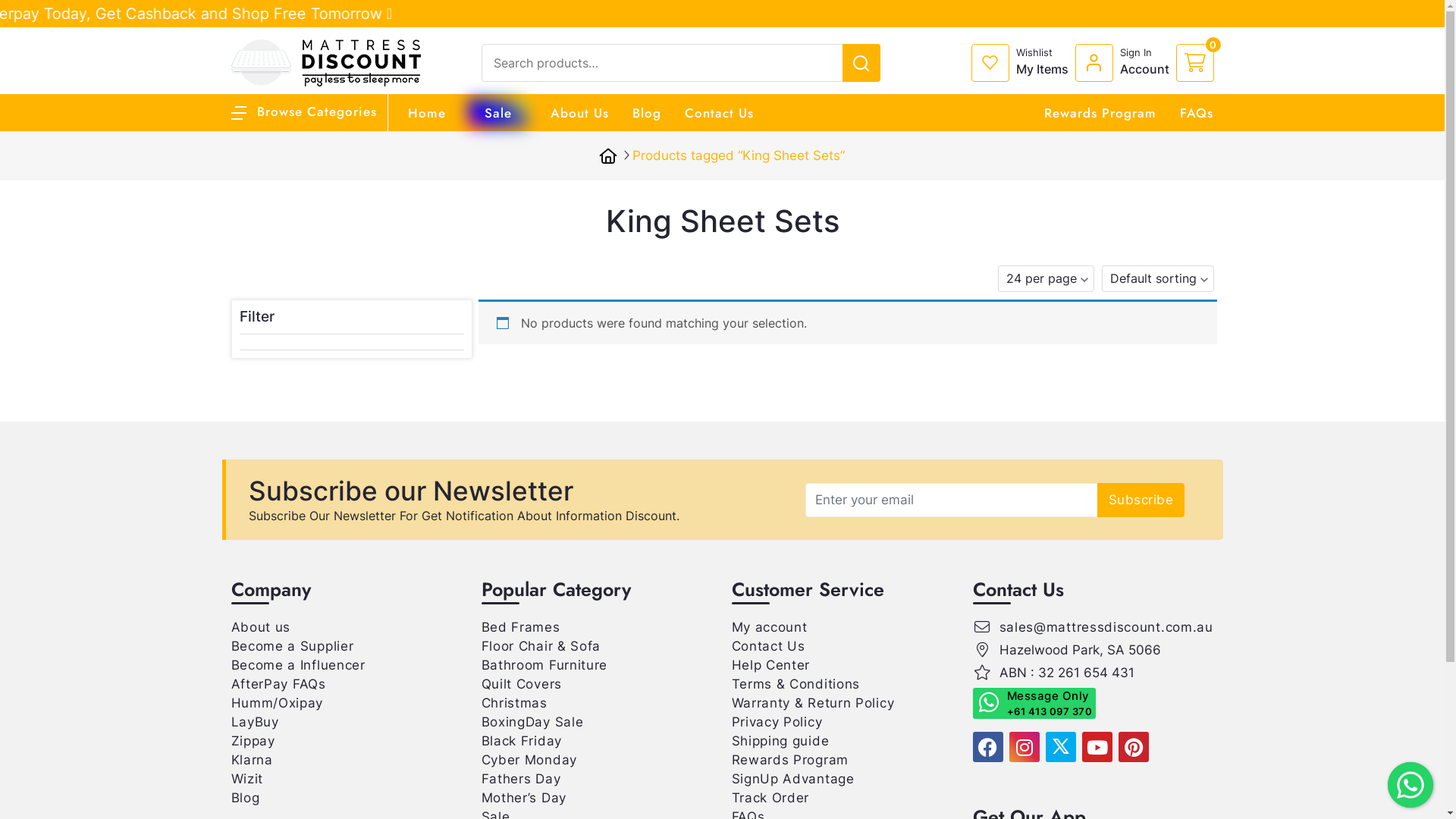 Image resolution: width=1456 pixels, height=819 pixels. Describe the element at coordinates (303, 110) in the screenshot. I see `'Browse Categories'` at that location.